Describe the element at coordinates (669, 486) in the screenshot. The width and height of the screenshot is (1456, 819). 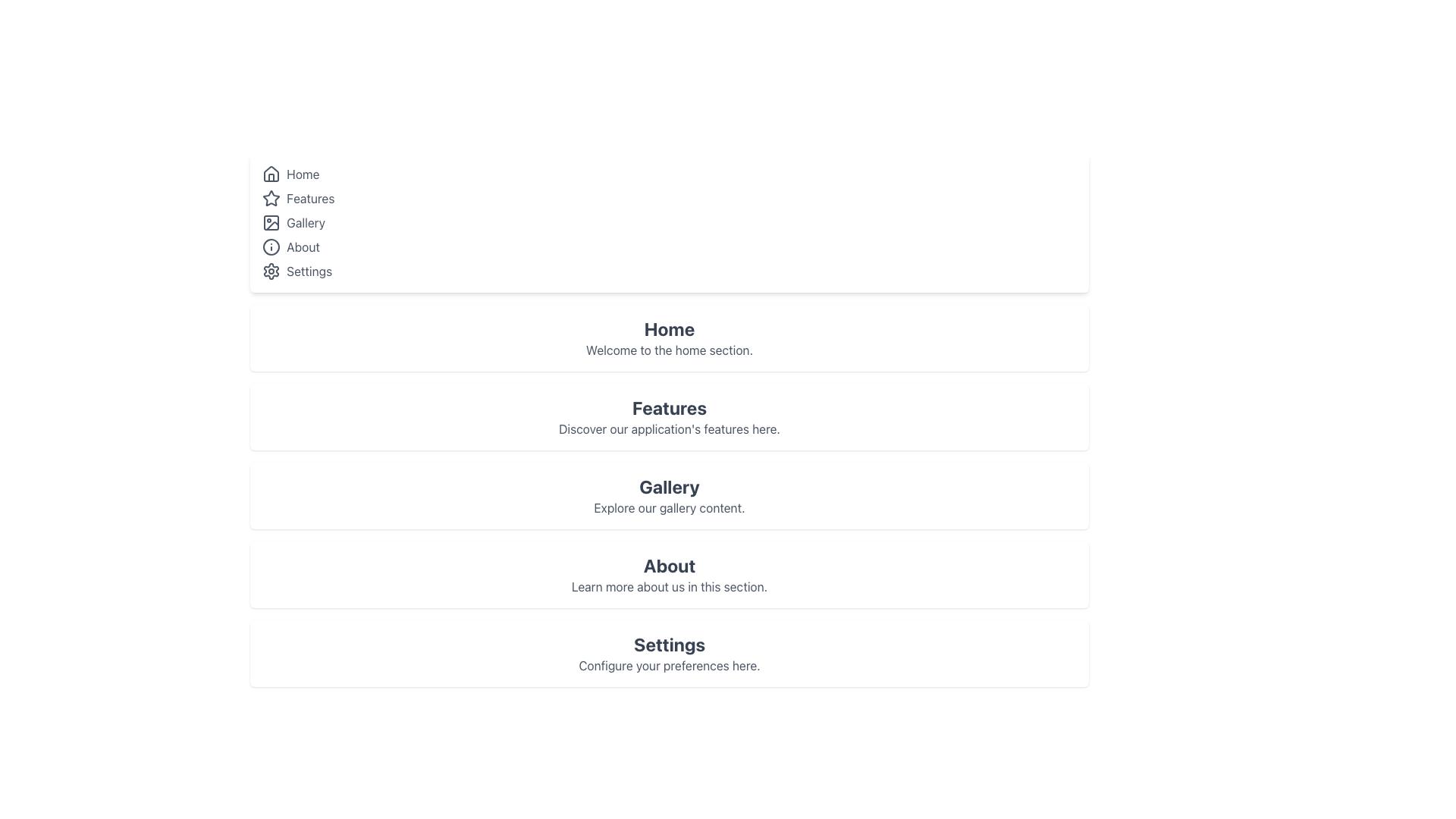
I see `title text element located at the center of the interface, positioned above the supporting text 'Explore our gallery content' within its panel` at that location.